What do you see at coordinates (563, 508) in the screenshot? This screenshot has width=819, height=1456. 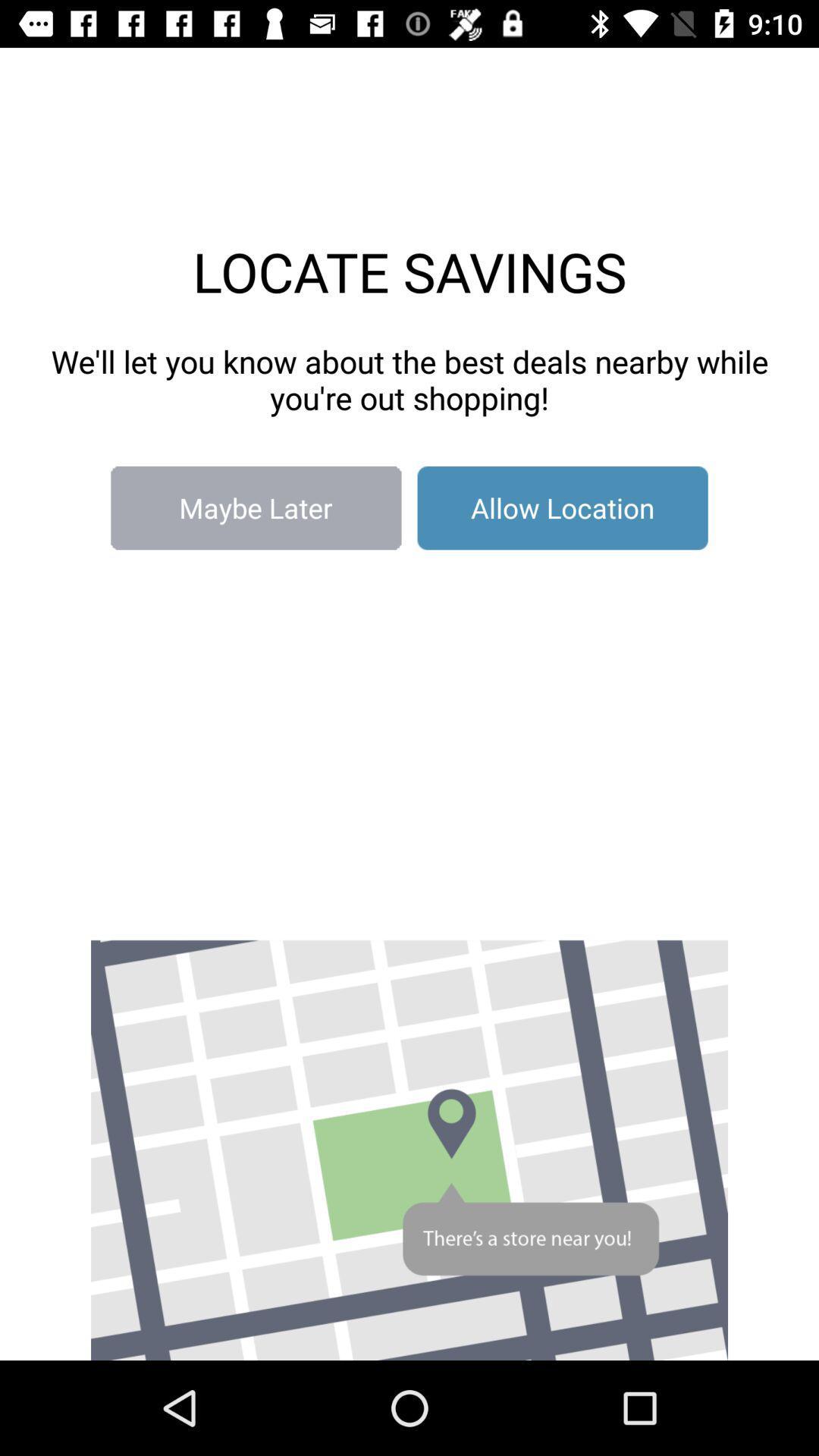 I see `the app next to the maybe later` at bounding box center [563, 508].